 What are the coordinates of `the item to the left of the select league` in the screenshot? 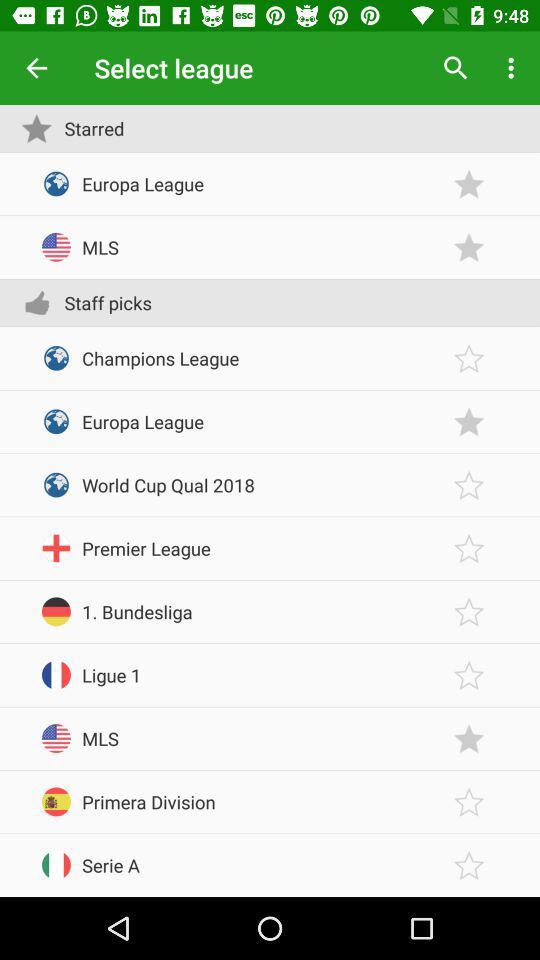 It's located at (36, 68).